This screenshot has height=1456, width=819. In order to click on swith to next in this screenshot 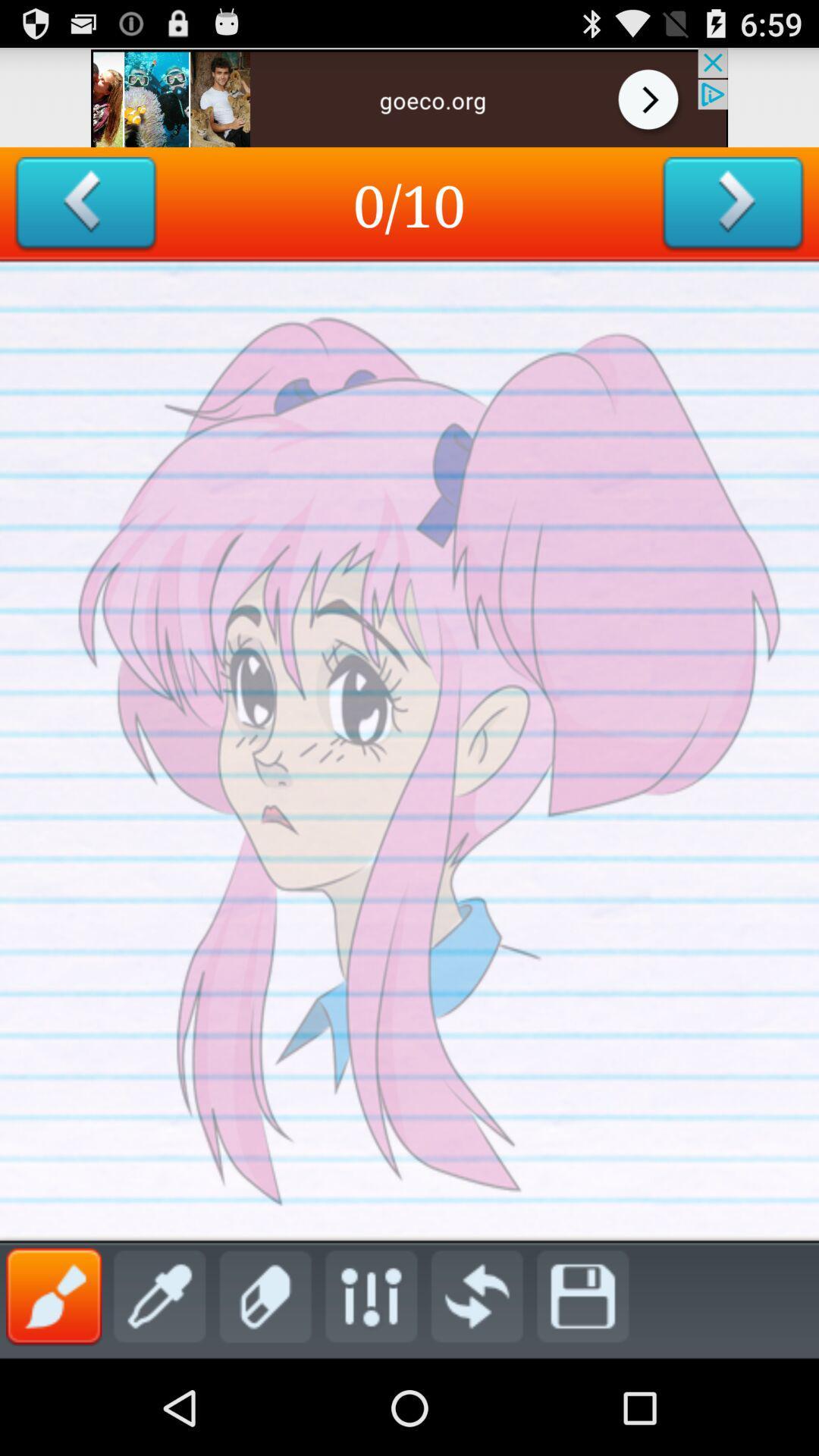, I will do `click(732, 203)`.